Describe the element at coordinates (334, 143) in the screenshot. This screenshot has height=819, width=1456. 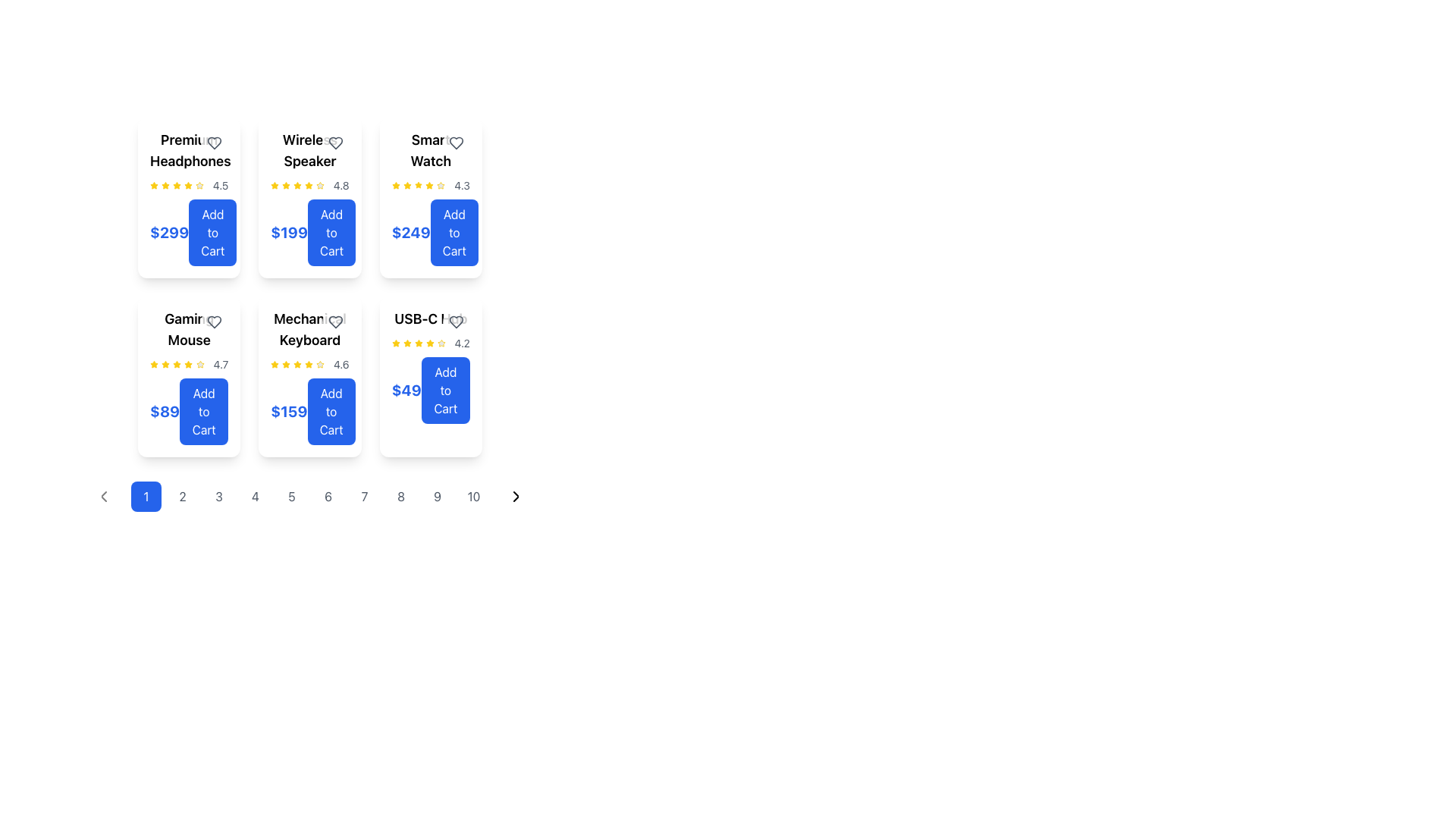
I see `the favorite button (heart icon) located at the top-right corner of the 'Wireless Speaker' product card` at that location.